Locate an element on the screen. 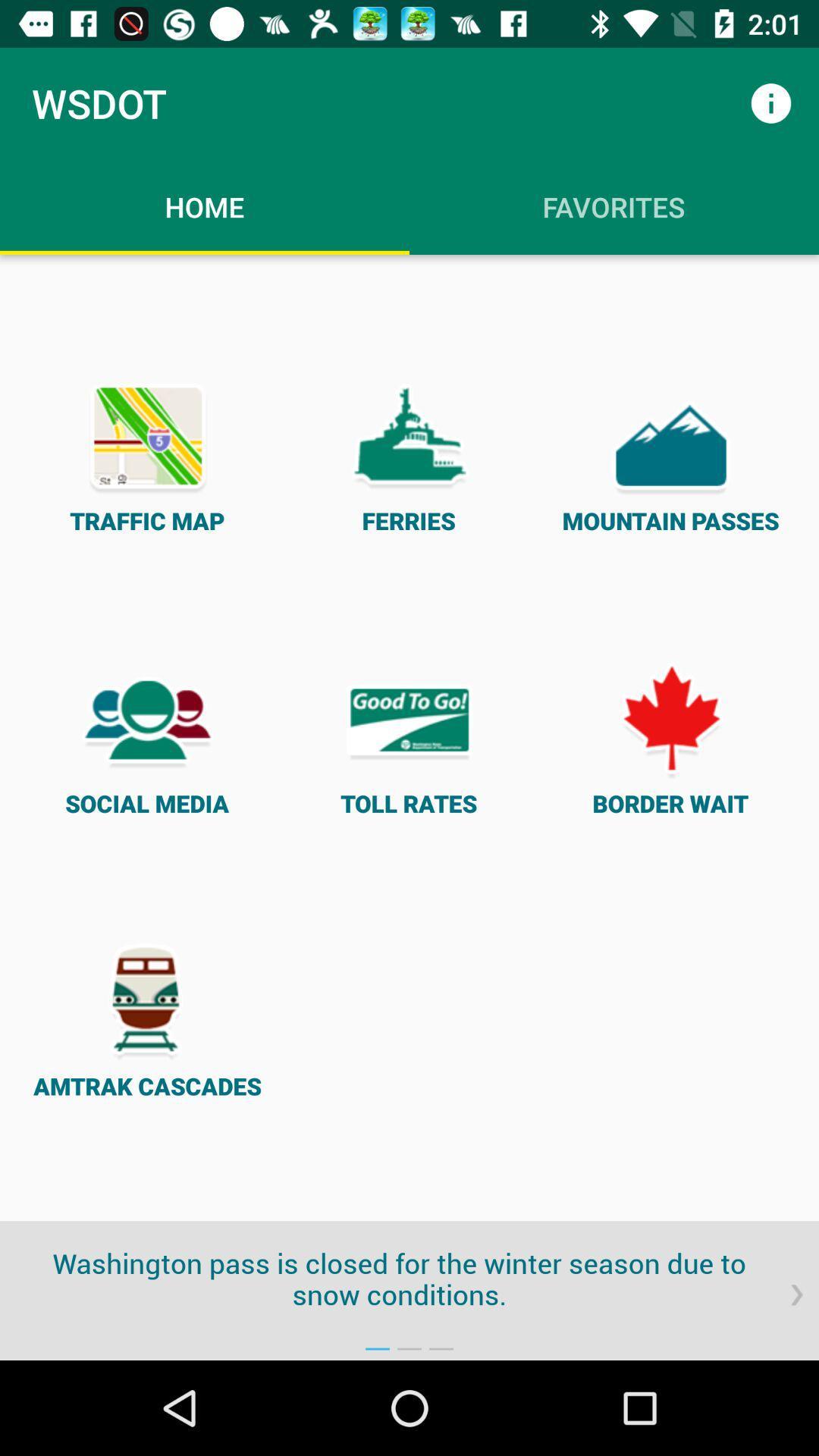 The image size is (819, 1456). the item to the right of wsdot icon is located at coordinates (771, 102).